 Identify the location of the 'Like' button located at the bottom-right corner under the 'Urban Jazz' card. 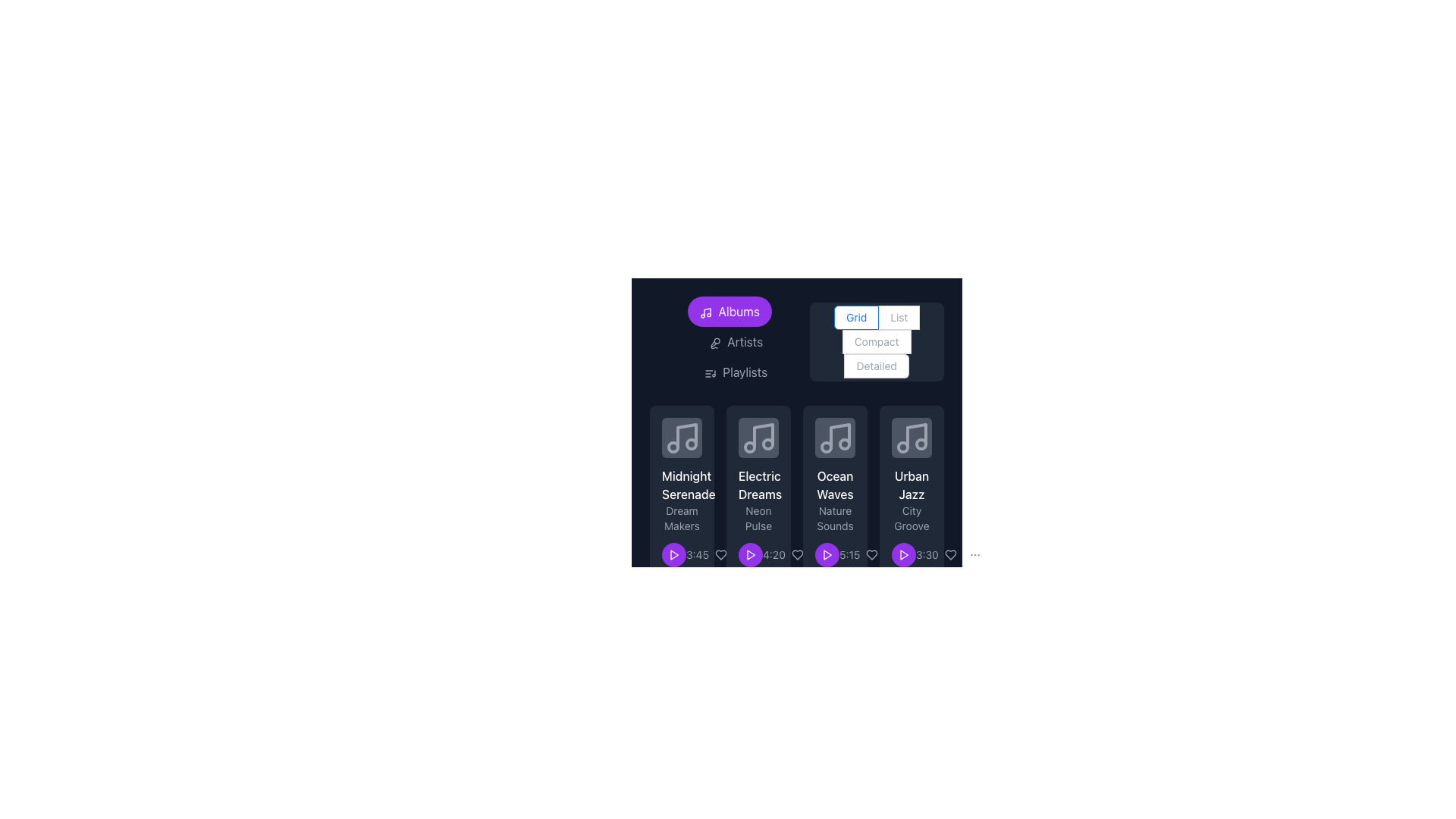
(949, 555).